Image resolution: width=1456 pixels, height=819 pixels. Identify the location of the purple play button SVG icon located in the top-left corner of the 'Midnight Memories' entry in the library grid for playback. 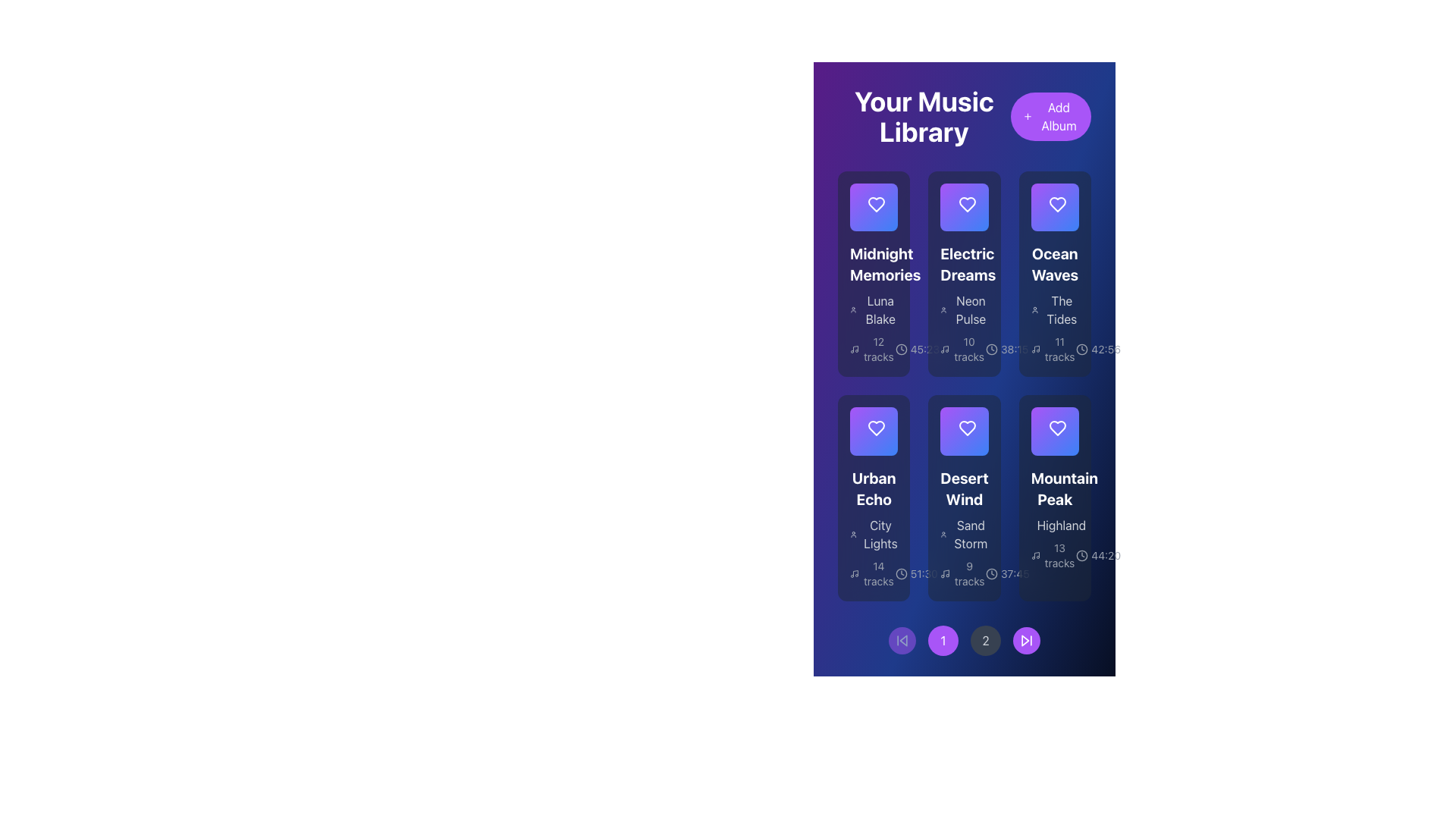
(874, 207).